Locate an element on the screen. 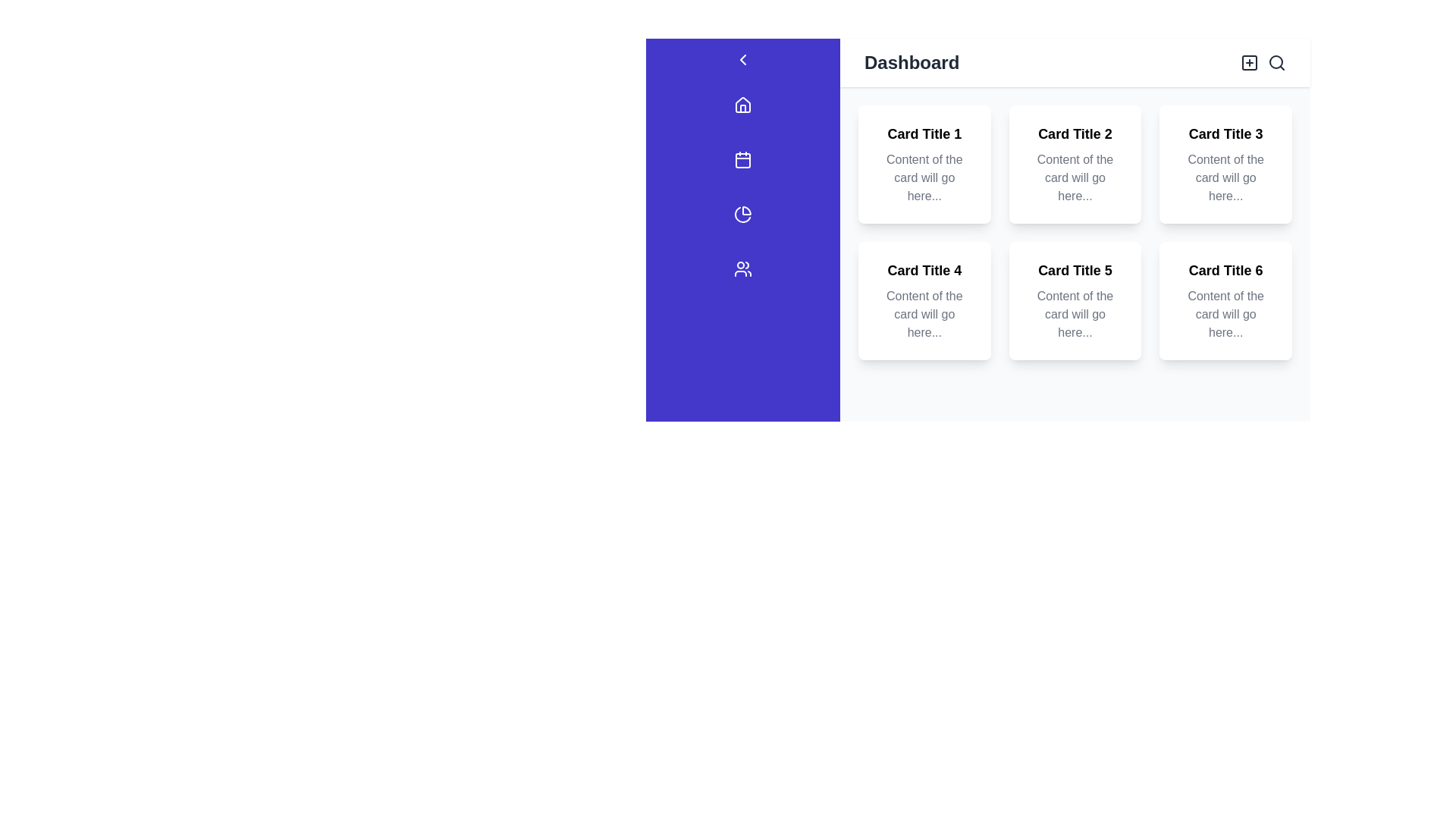  the 'Dashboard' text element is located at coordinates (911, 62).